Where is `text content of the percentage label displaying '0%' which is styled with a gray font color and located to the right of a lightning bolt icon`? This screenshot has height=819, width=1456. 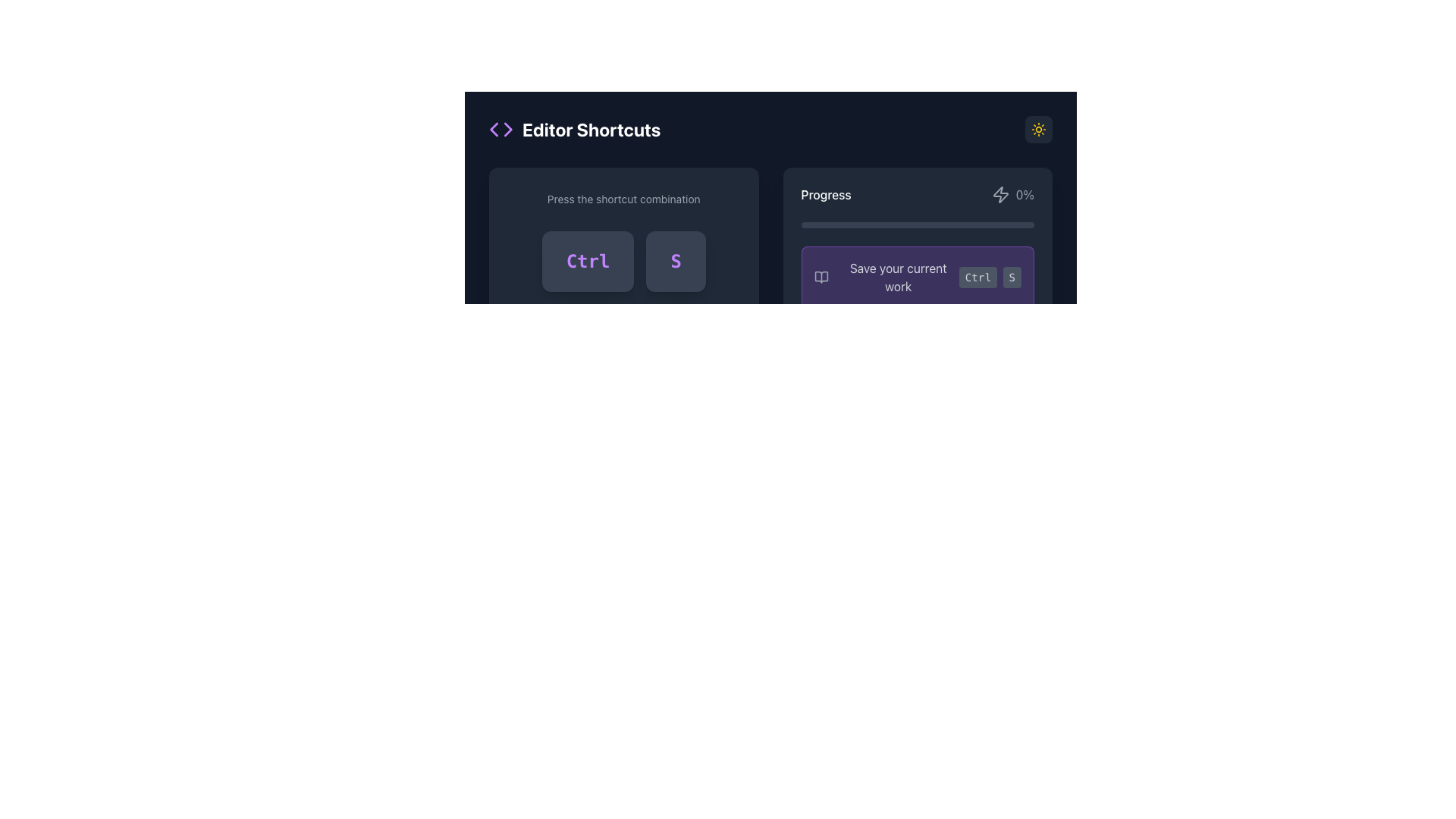
text content of the percentage label displaying '0%' which is styled with a gray font color and located to the right of a lightning bolt icon is located at coordinates (1025, 194).